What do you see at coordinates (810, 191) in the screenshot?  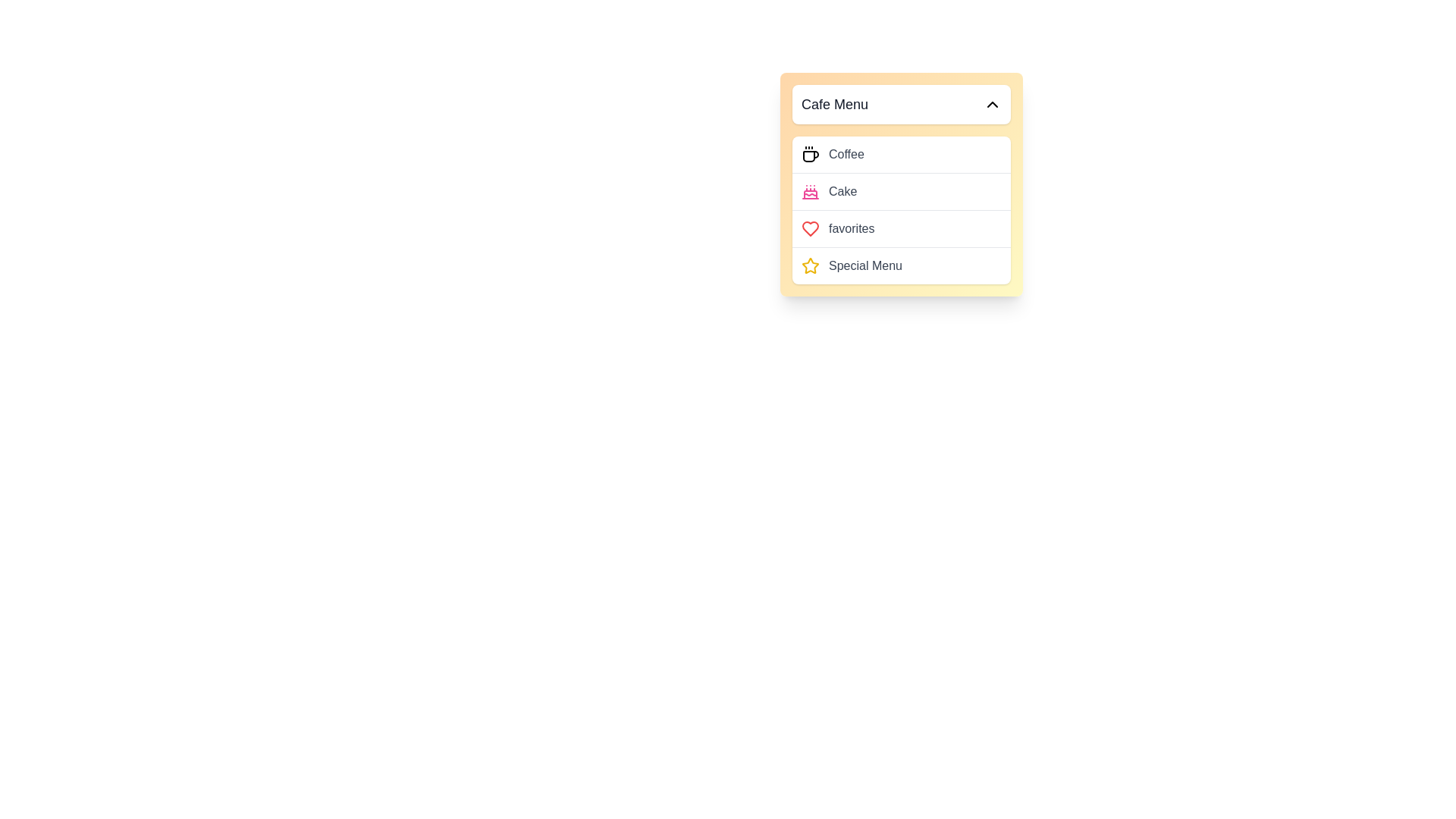 I see `the cake-shaped icon located in the 'Cafe Menu' dropdown, positioned below the coffee icon and above the 'favorites' label` at bounding box center [810, 191].